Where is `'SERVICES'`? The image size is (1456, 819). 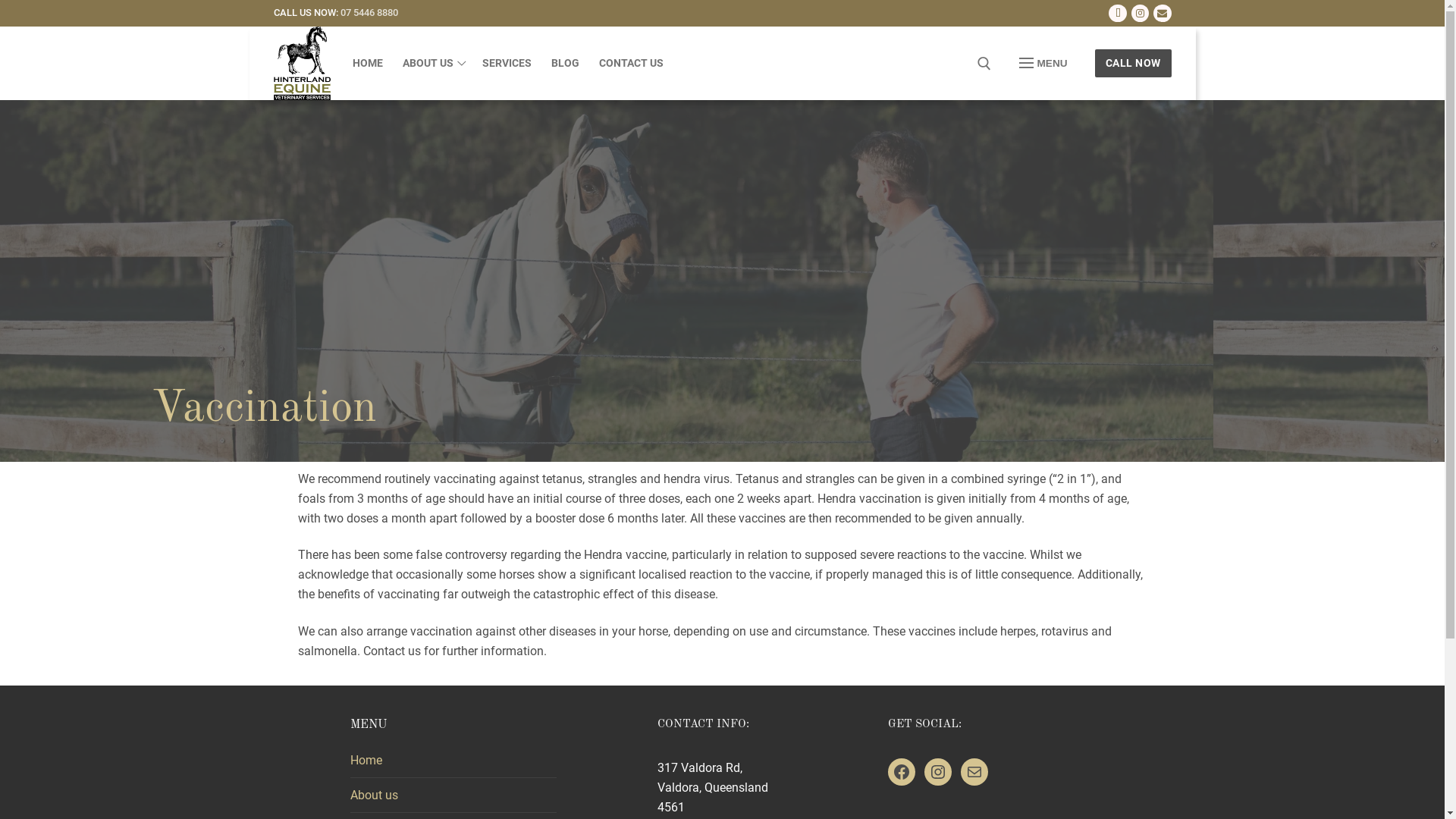 'SERVICES' is located at coordinates (506, 63).